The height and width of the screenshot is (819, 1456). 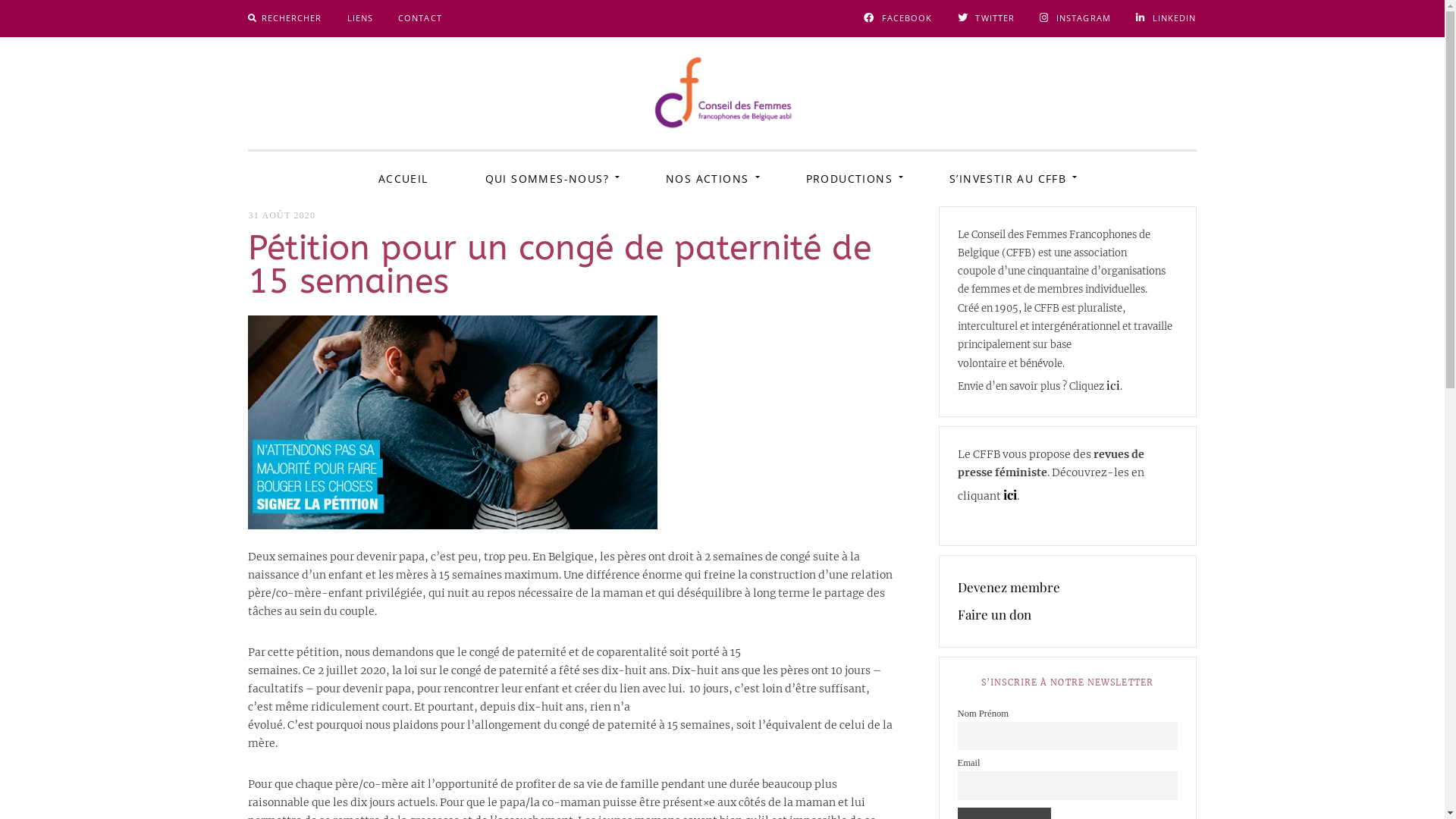 What do you see at coordinates (546, 177) in the screenshot?
I see `'QUI SOMMES-NOUS?'` at bounding box center [546, 177].